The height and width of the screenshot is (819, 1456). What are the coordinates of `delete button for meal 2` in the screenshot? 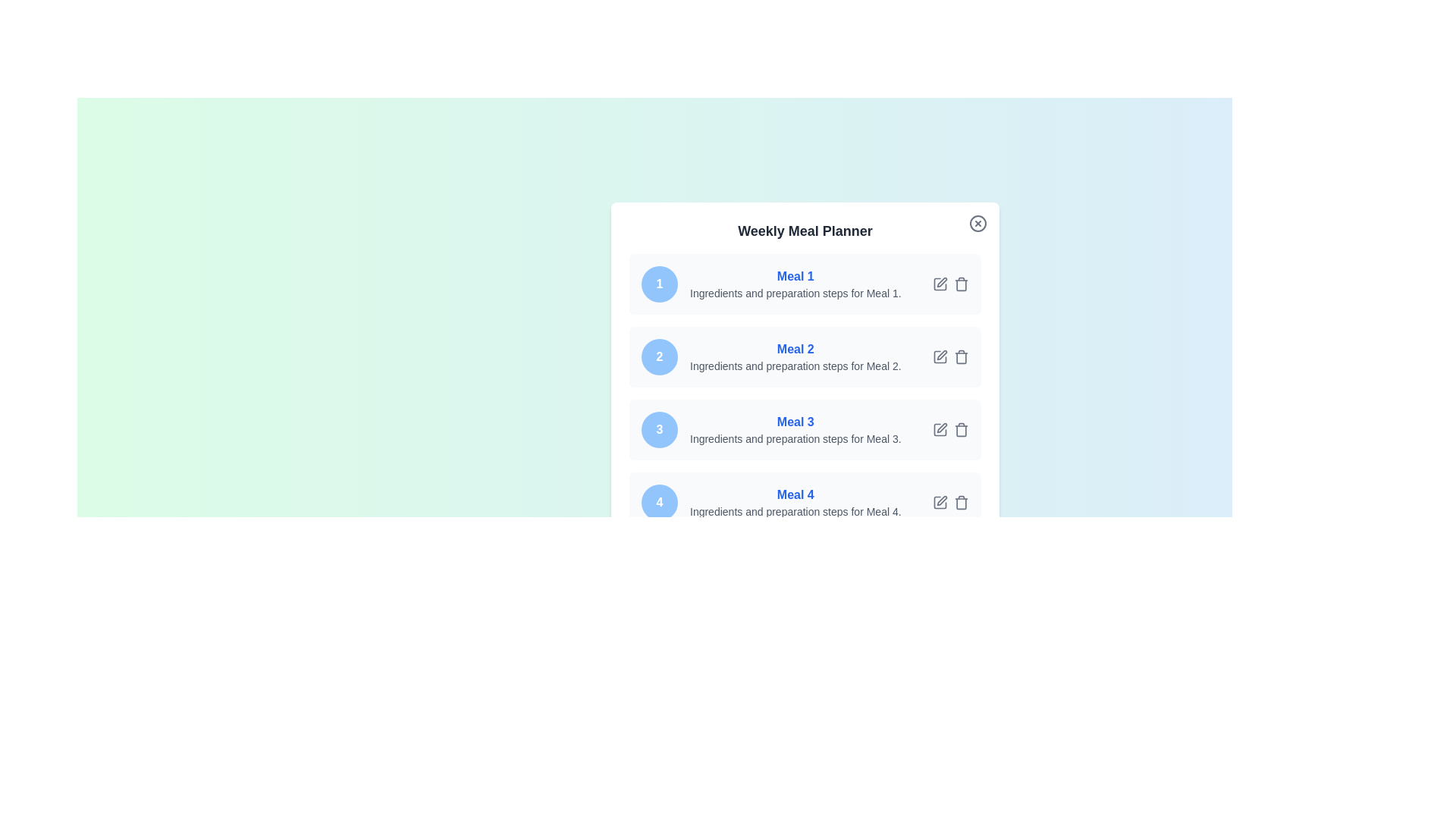 It's located at (960, 356).